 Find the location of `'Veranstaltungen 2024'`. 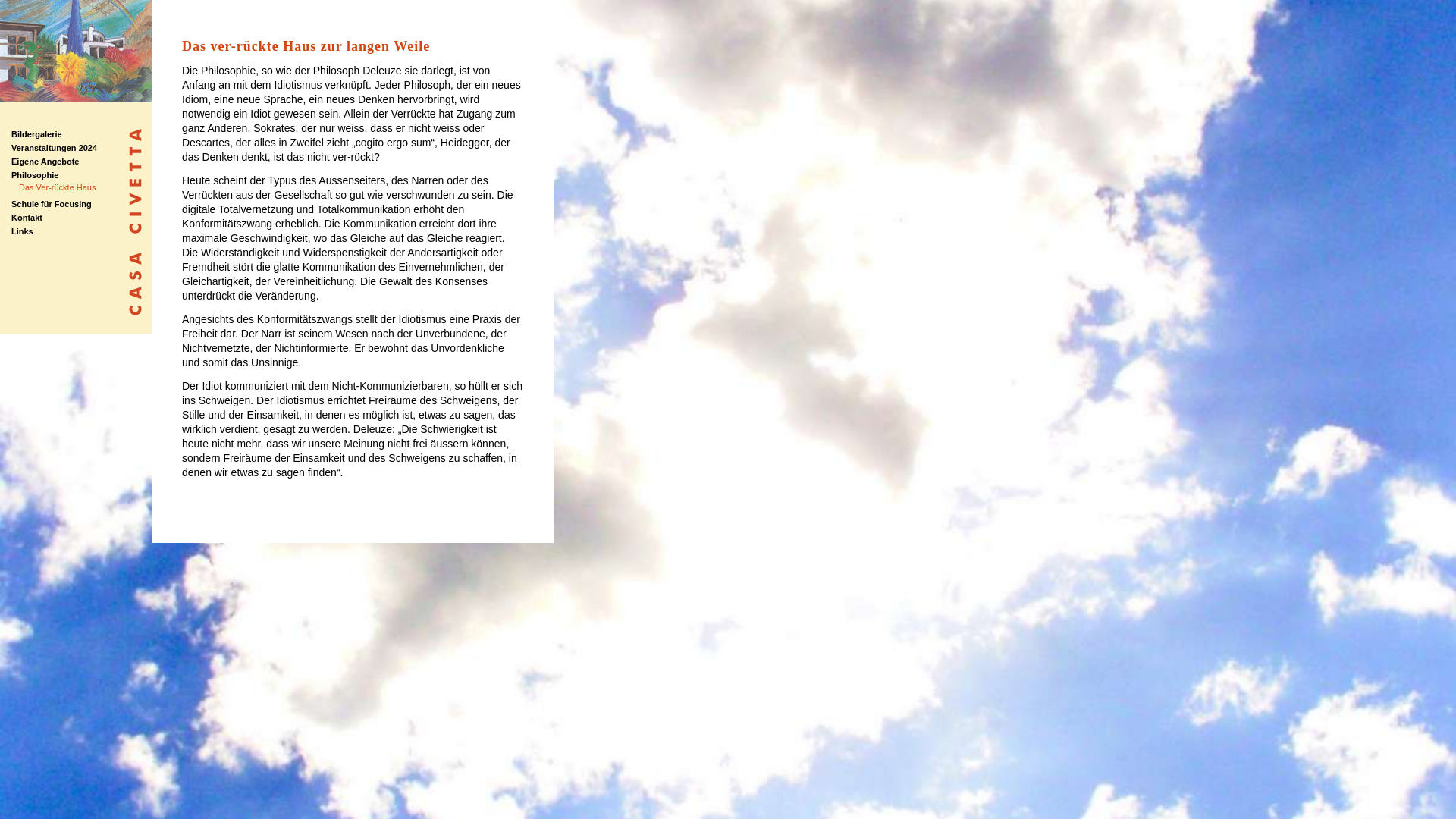

'Veranstaltungen 2024' is located at coordinates (54, 148).